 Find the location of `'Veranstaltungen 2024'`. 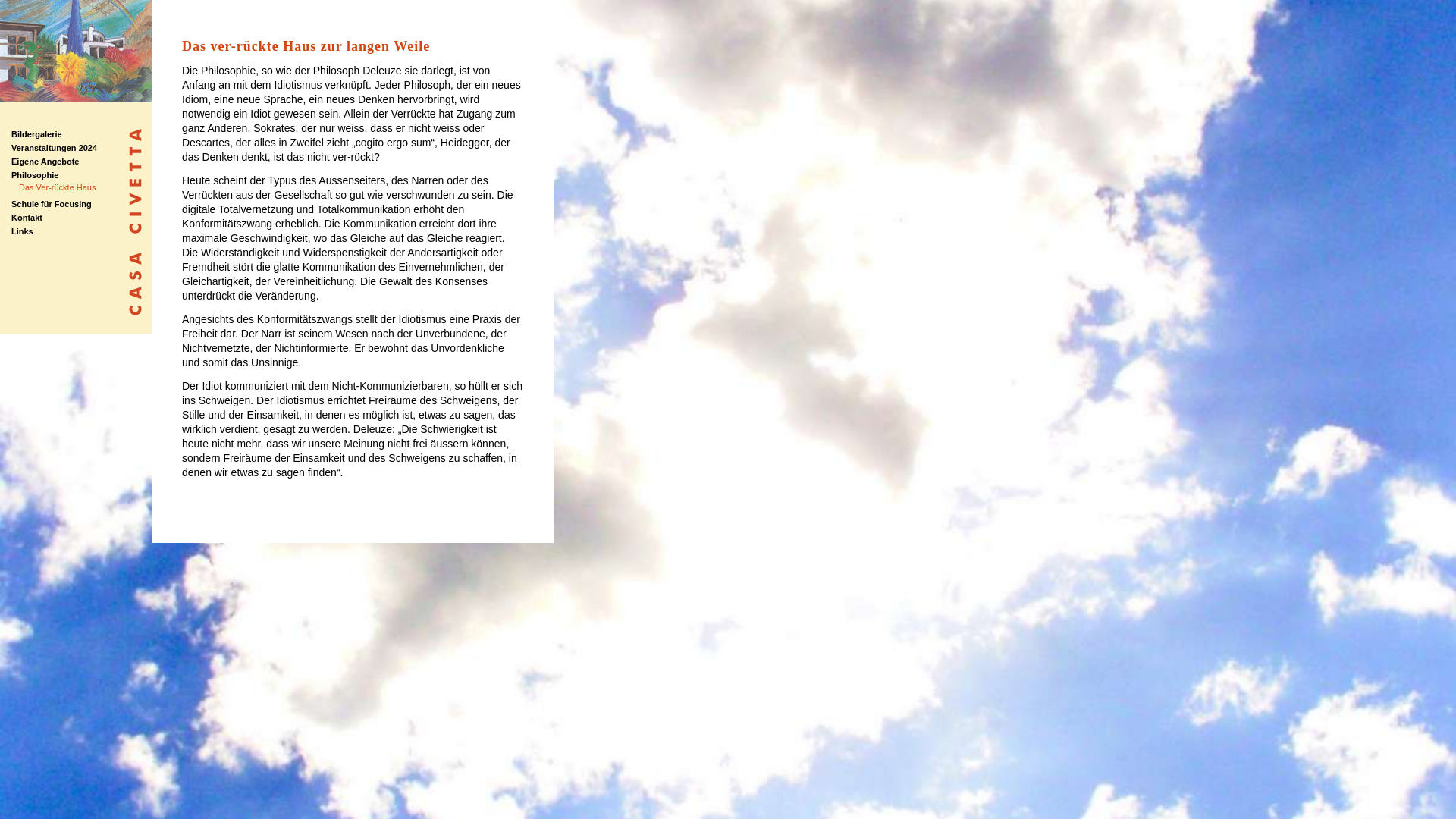

'Veranstaltungen 2024' is located at coordinates (54, 148).